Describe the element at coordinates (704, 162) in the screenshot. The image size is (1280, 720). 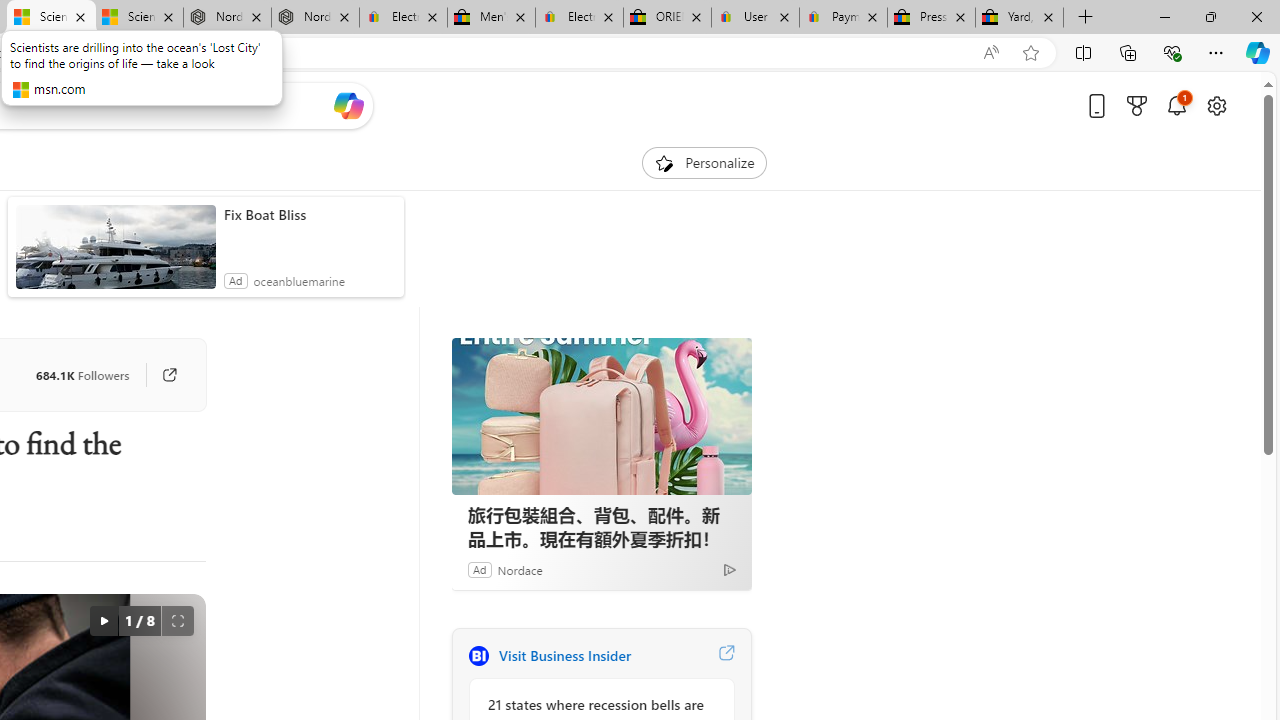
I see `'Personalize'` at that location.